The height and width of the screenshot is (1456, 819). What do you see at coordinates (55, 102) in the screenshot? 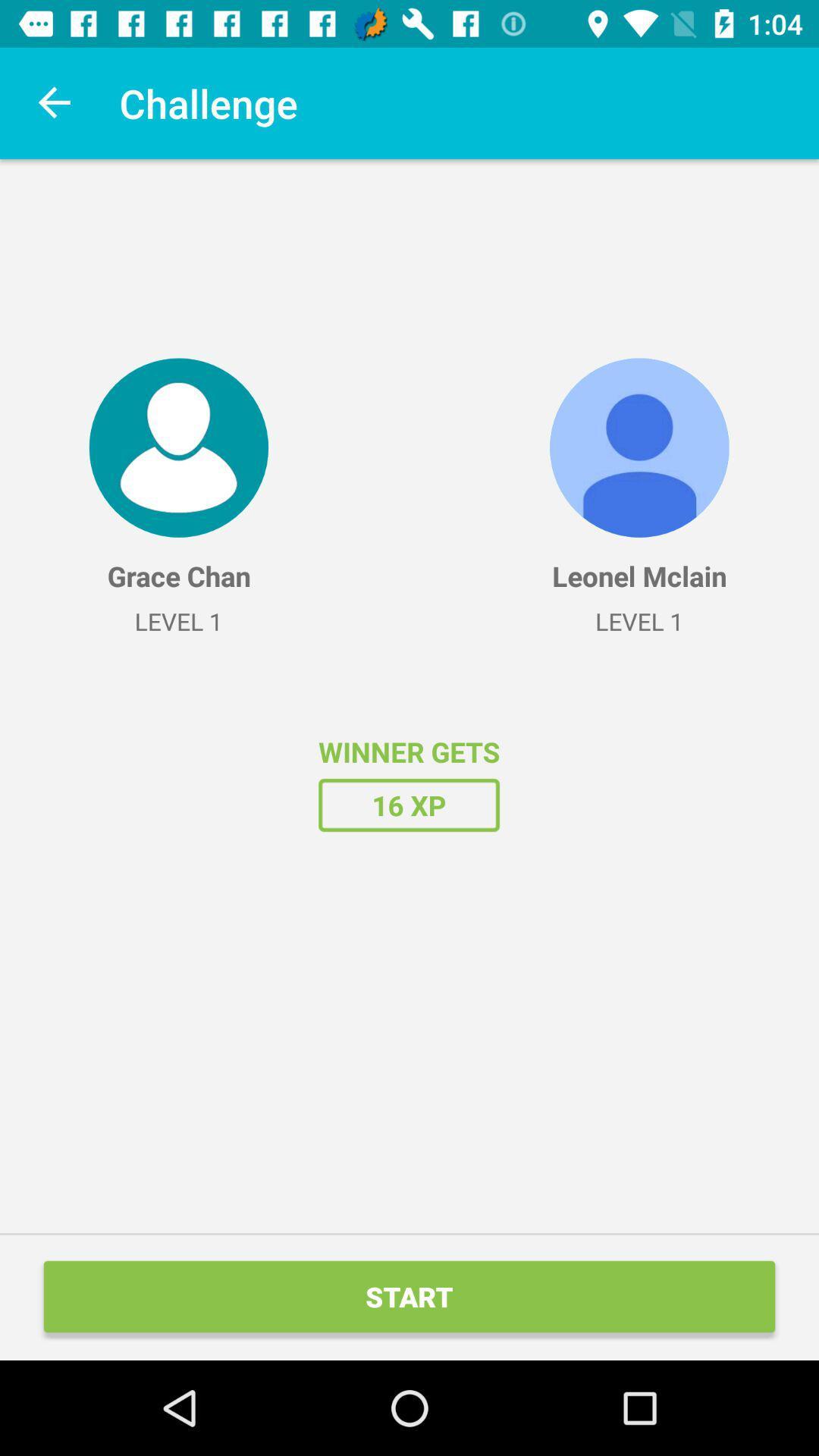
I see `item next to the challenge item` at bounding box center [55, 102].